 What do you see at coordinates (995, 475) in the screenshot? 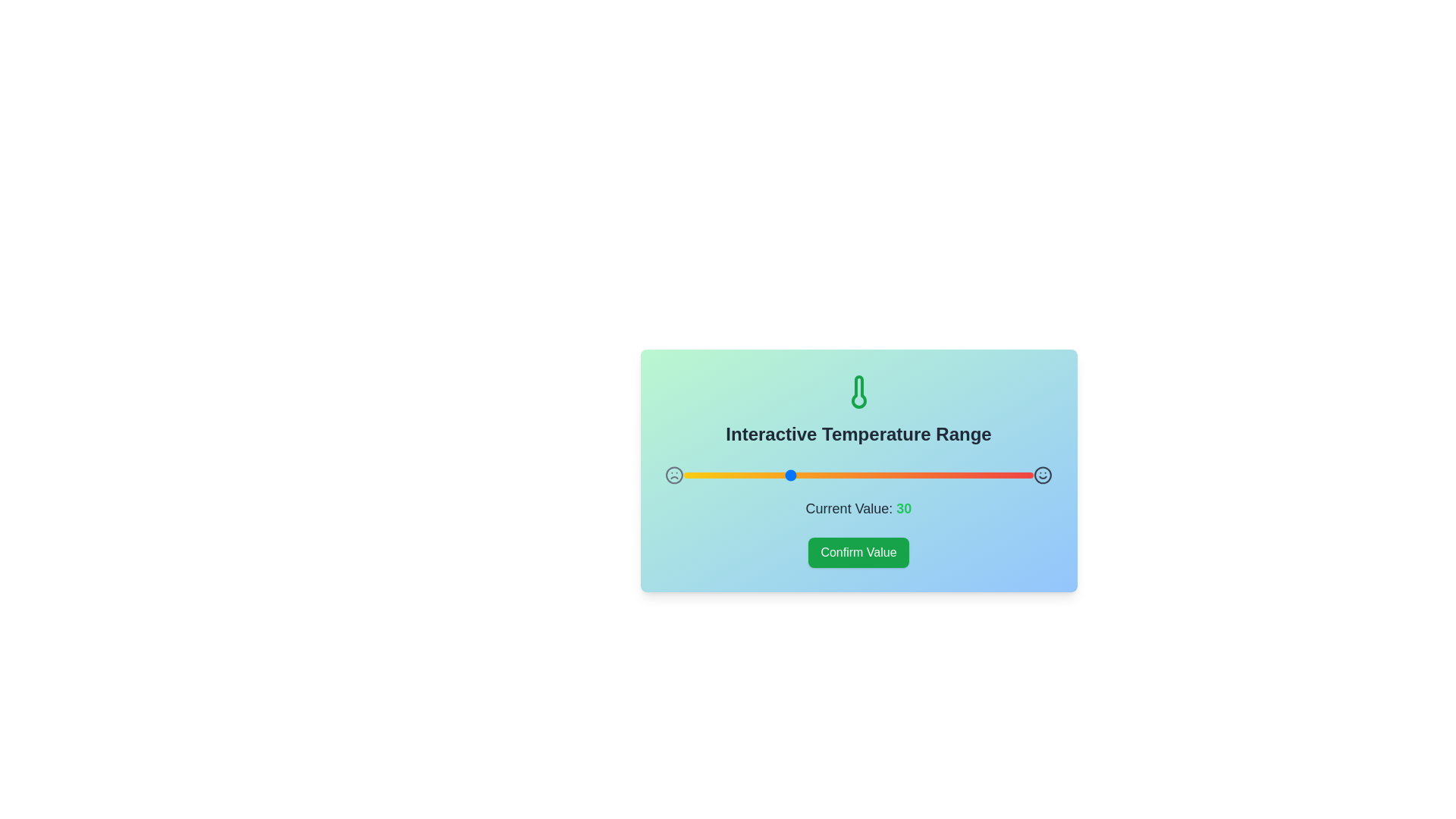
I see `the range slider to set the value to 89` at bounding box center [995, 475].